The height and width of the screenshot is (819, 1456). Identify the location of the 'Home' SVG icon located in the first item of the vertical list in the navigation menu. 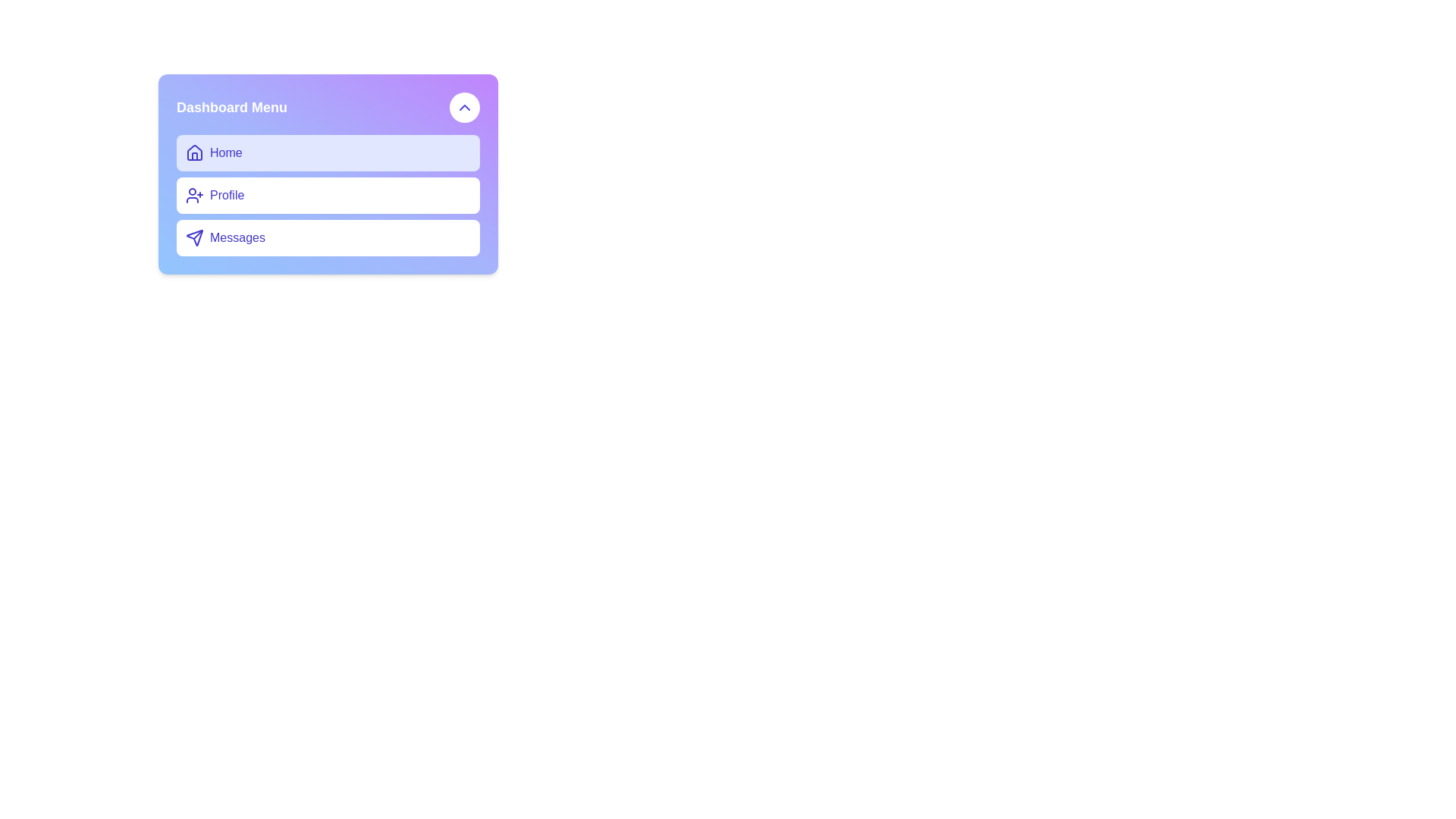
(194, 152).